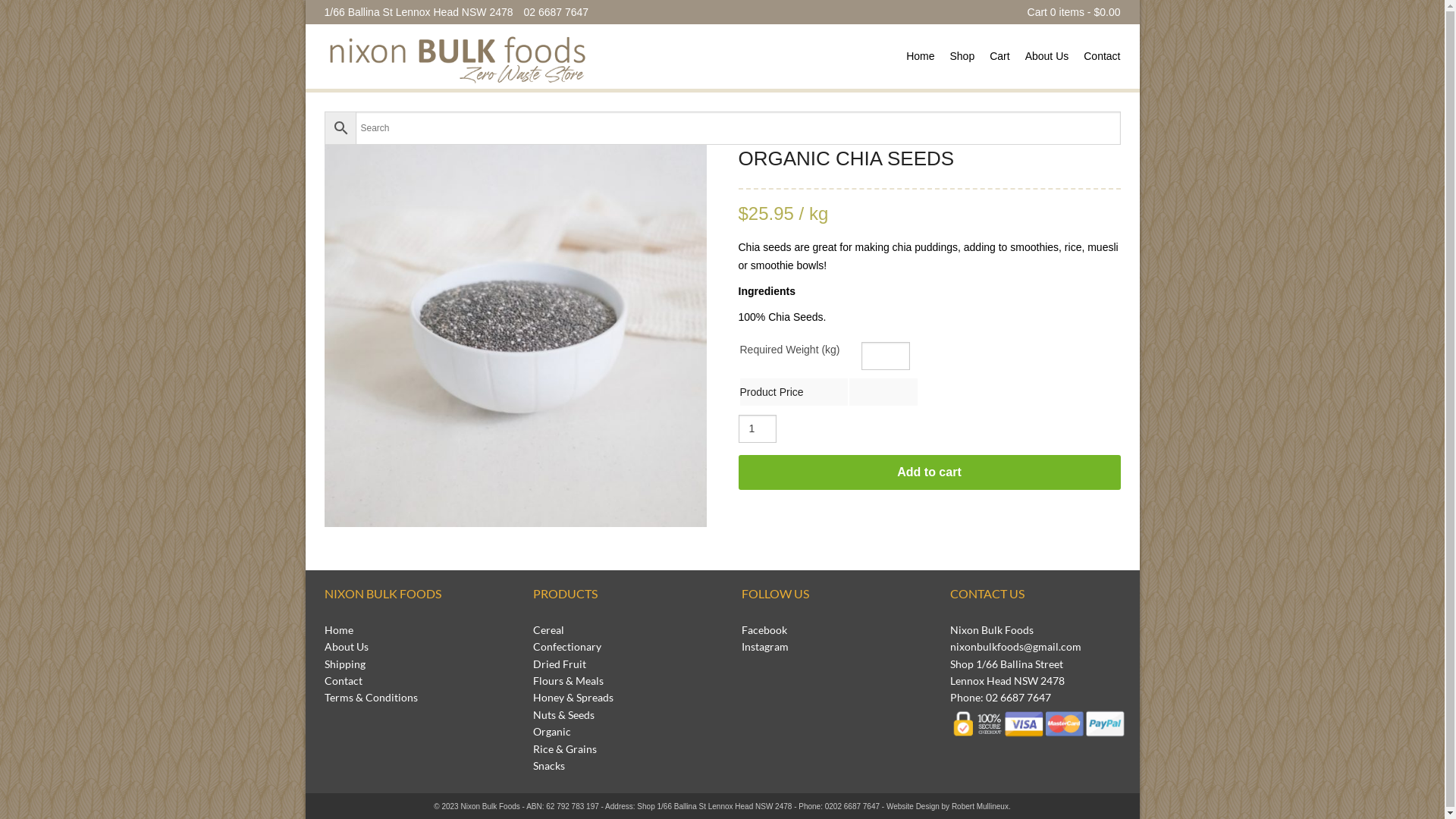  Describe the element at coordinates (550, 730) in the screenshot. I see `'Organic'` at that location.